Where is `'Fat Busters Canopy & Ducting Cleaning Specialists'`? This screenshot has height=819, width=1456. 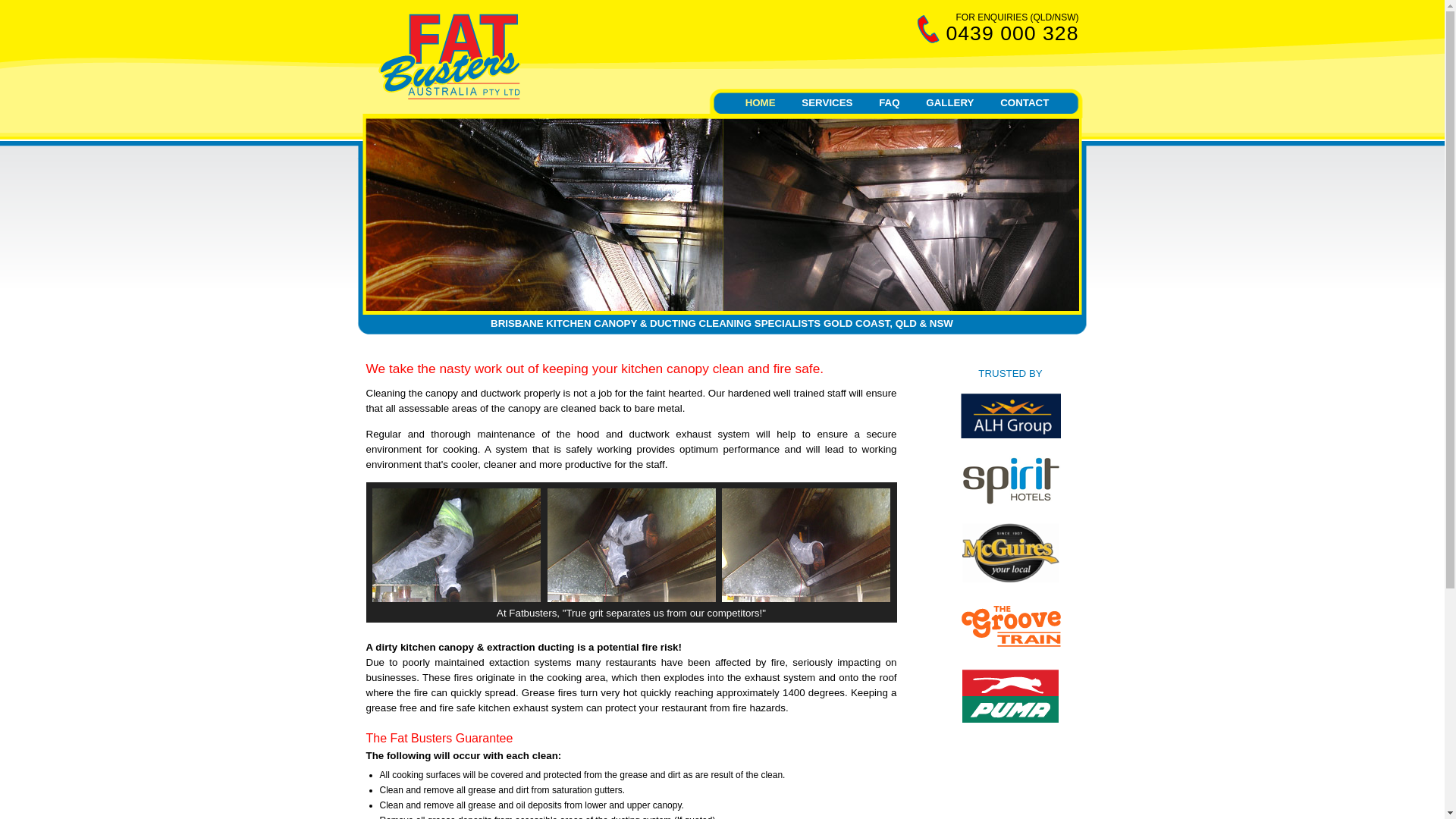
'Fat Busters Canopy & Ducting Cleaning Specialists' is located at coordinates (447, 96).